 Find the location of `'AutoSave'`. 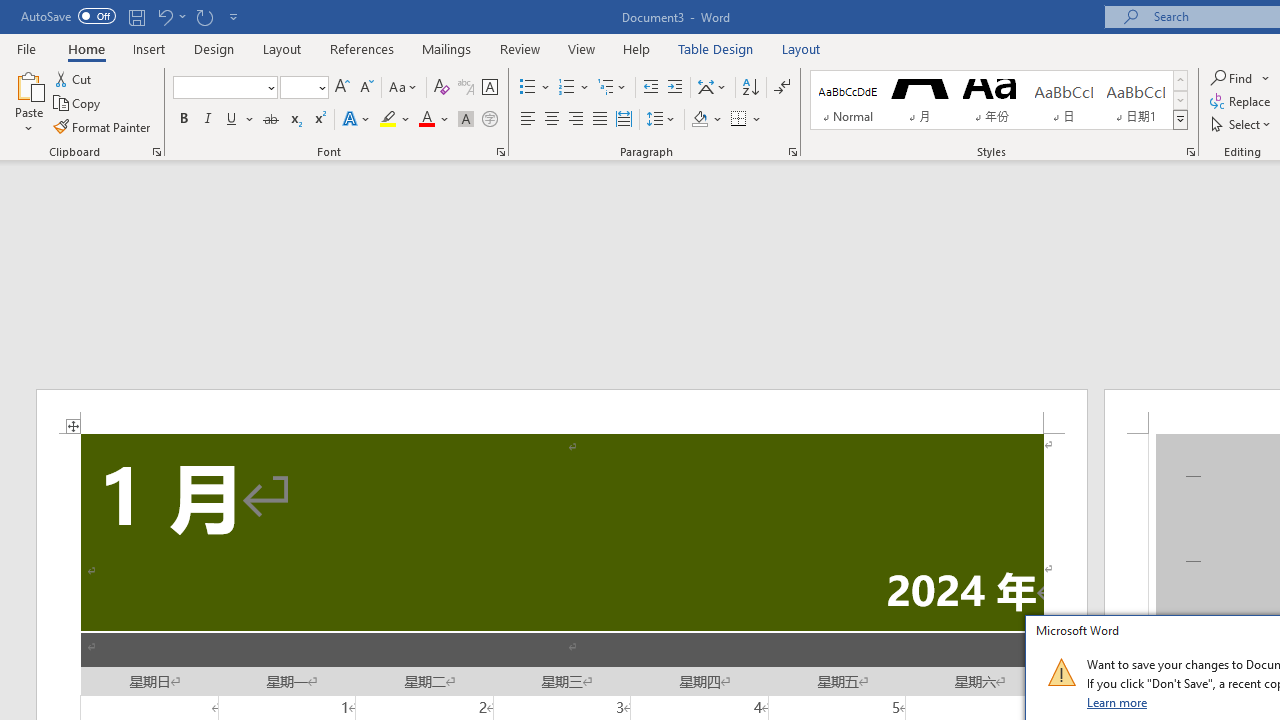

'AutoSave' is located at coordinates (68, 16).